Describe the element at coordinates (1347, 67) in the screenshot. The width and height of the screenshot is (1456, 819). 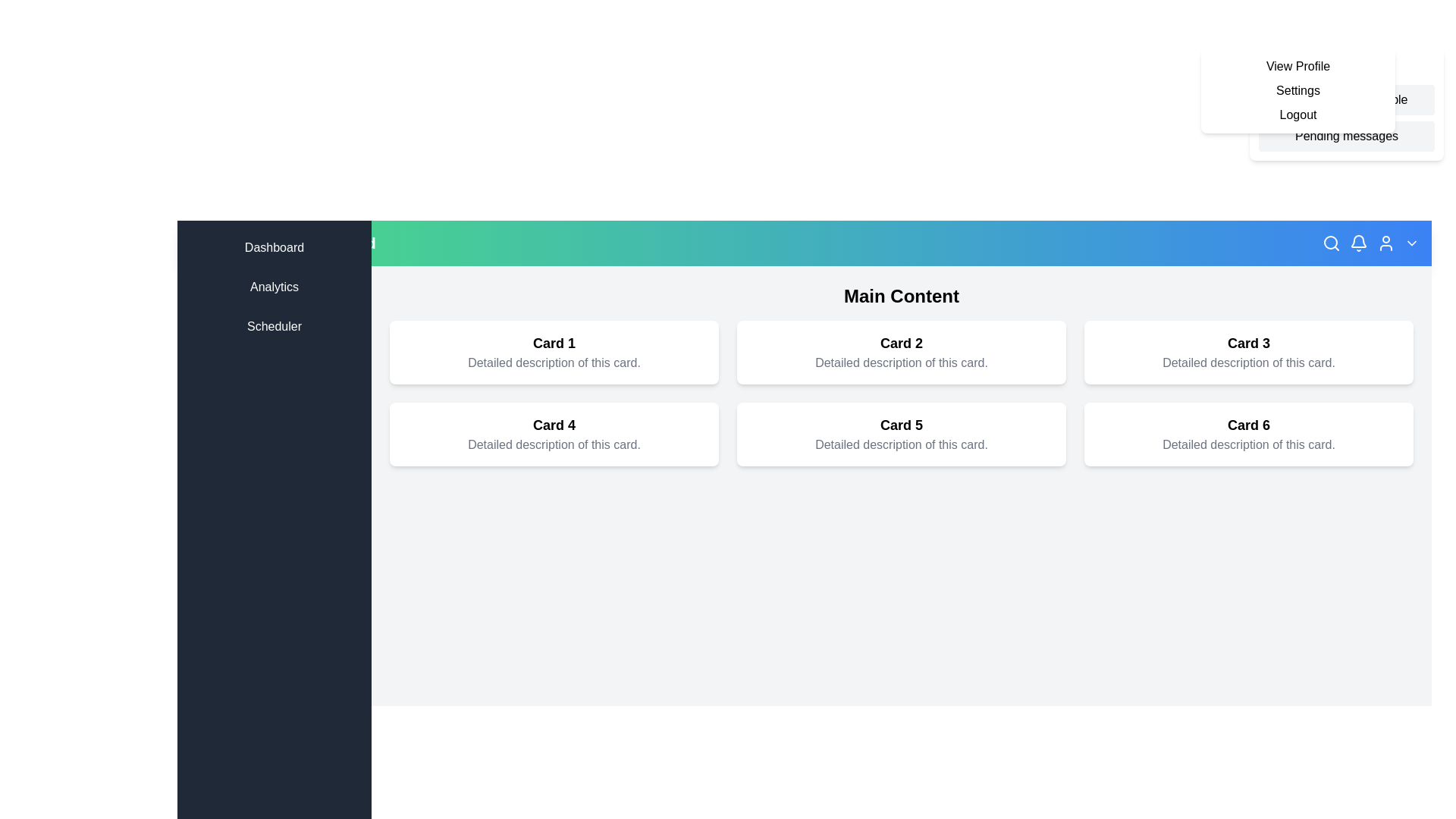
I see `the 'Notifications' text label` at that location.